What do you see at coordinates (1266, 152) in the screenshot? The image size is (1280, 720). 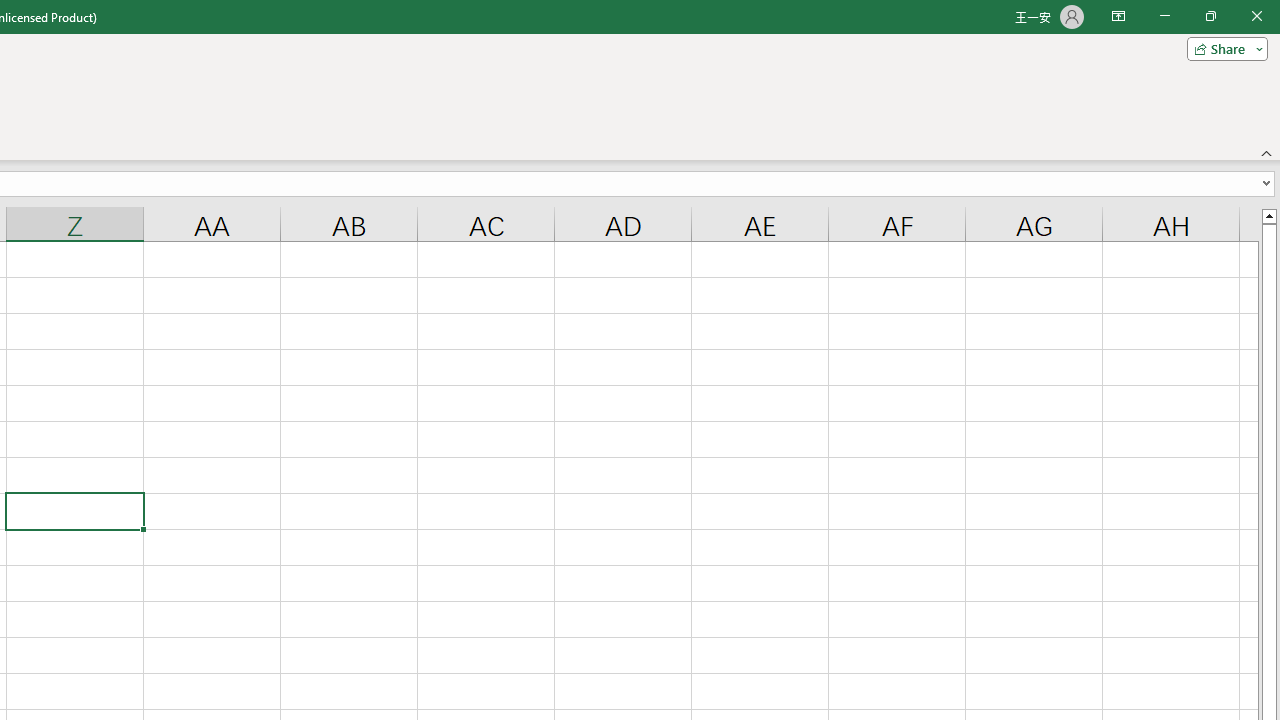 I see `'Collapse the Ribbon'` at bounding box center [1266, 152].